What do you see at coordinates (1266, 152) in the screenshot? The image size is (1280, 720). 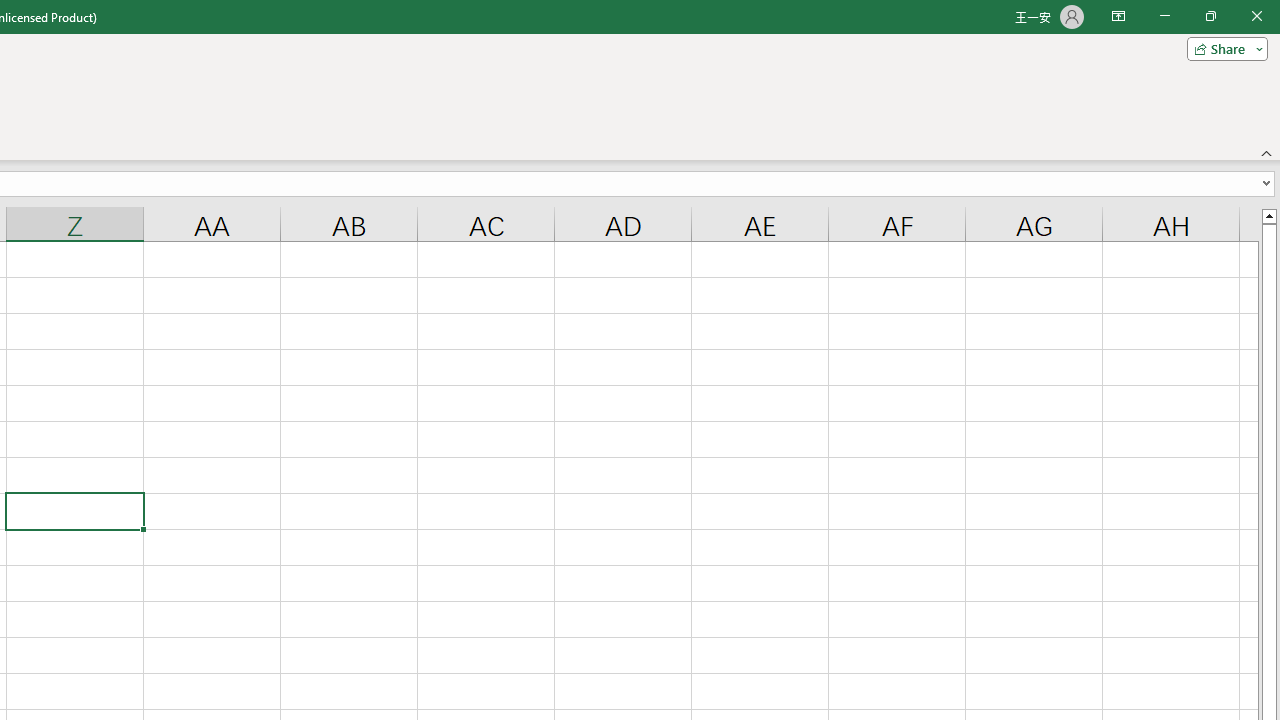 I see `'Collapse the Ribbon'` at bounding box center [1266, 152].